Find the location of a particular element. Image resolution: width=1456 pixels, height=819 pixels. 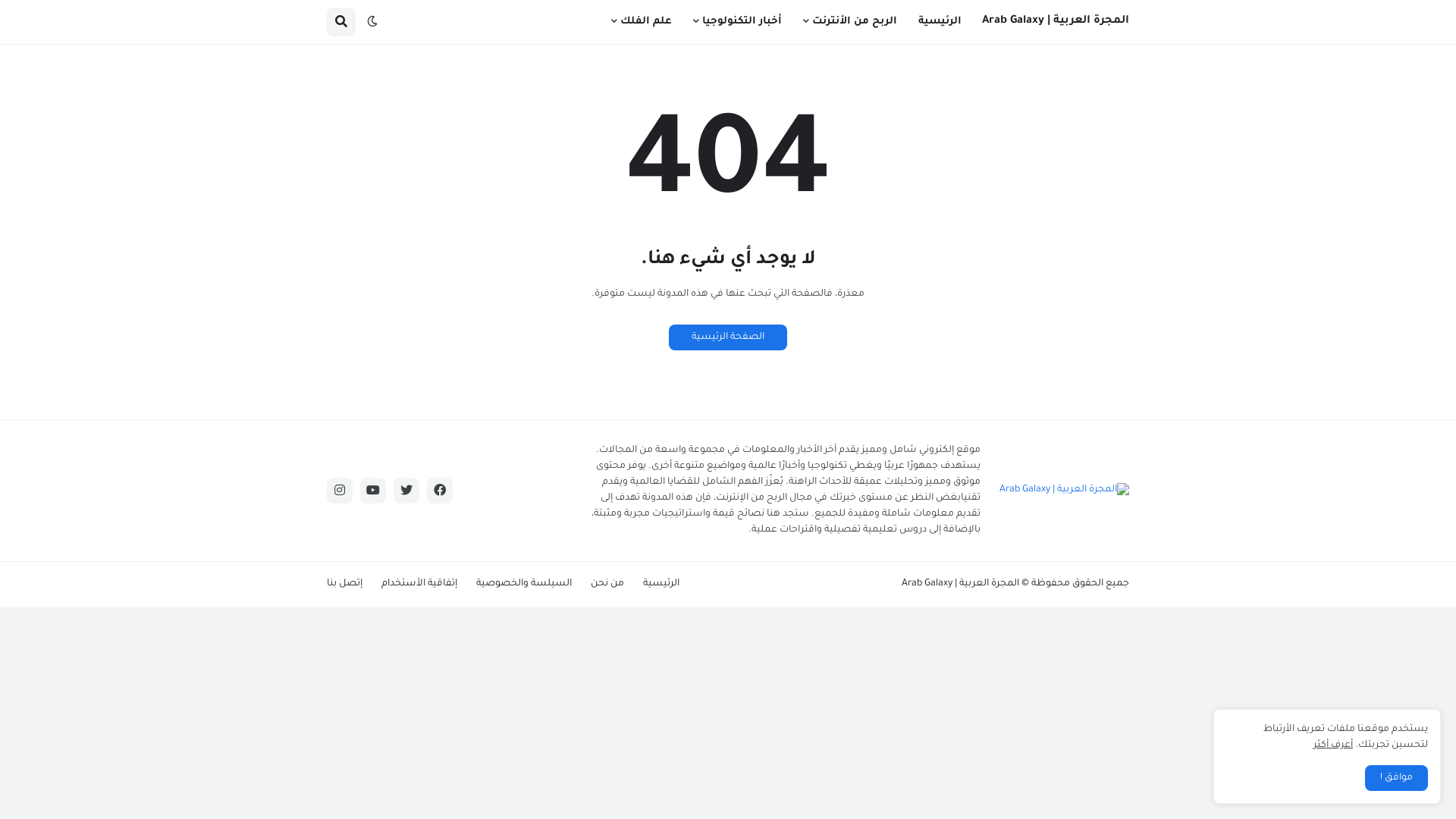

'instagram' is located at coordinates (338, 491).